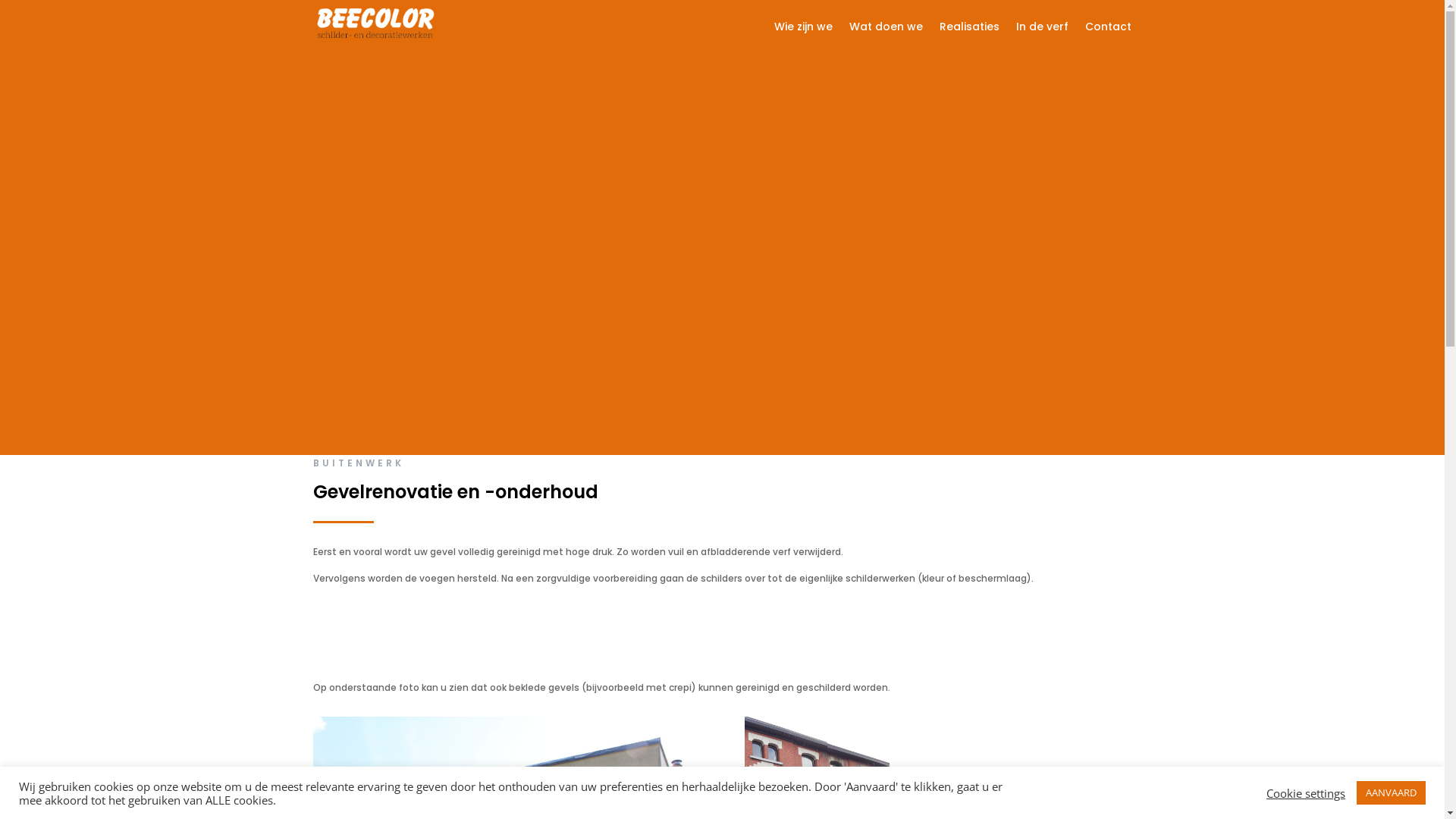  What do you see at coordinates (1108, 29) in the screenshot?
I see `'Contact'` at bounding box center [1108, 29].